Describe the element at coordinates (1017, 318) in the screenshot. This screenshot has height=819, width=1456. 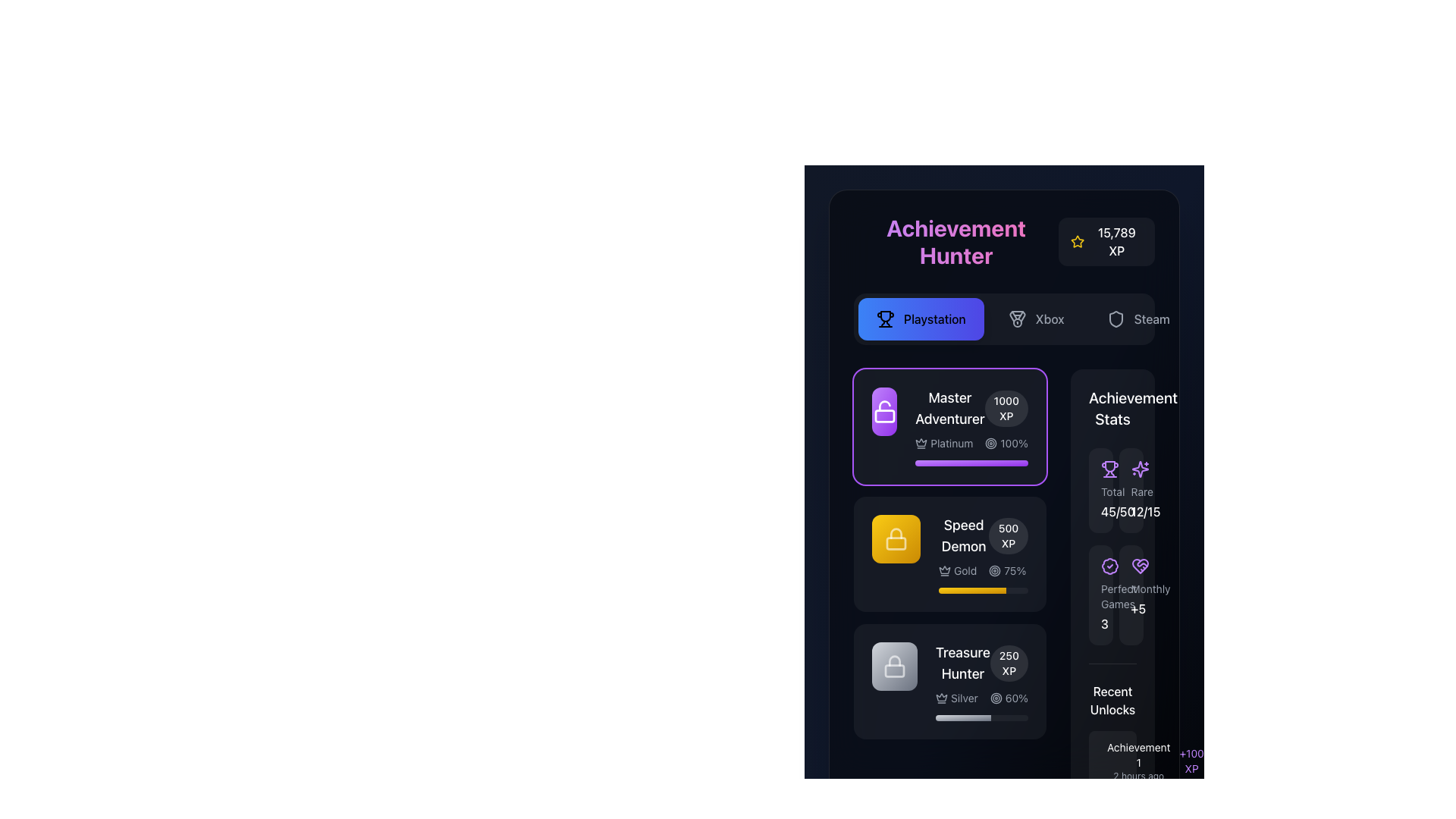
I see `the achievement or medal icon located in the horizontal navigation bar, positioned to the immediate left of the 'Xbox' text label` at that location.